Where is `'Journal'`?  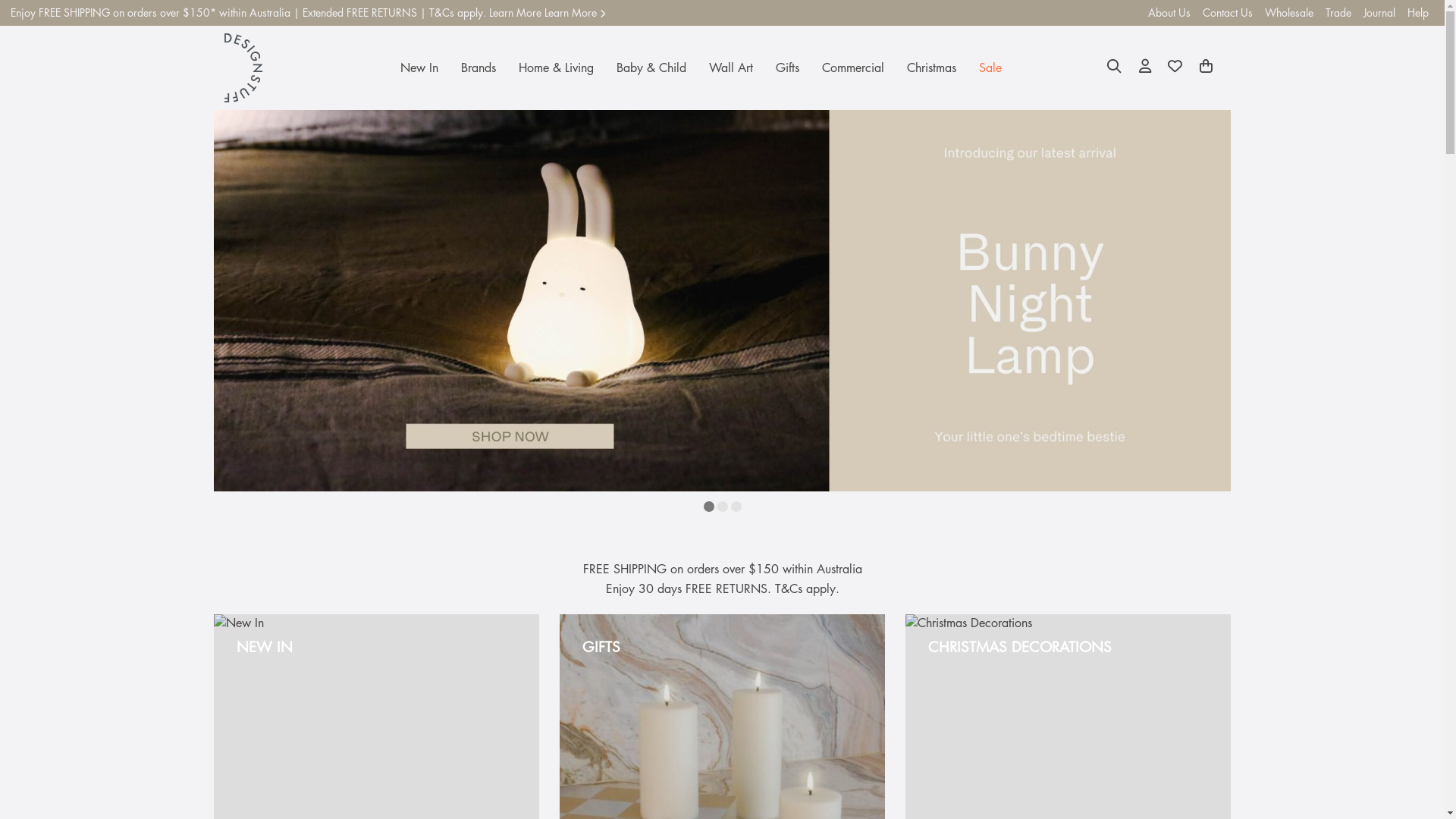 'Journal' is located at coordinates (1379, 12).